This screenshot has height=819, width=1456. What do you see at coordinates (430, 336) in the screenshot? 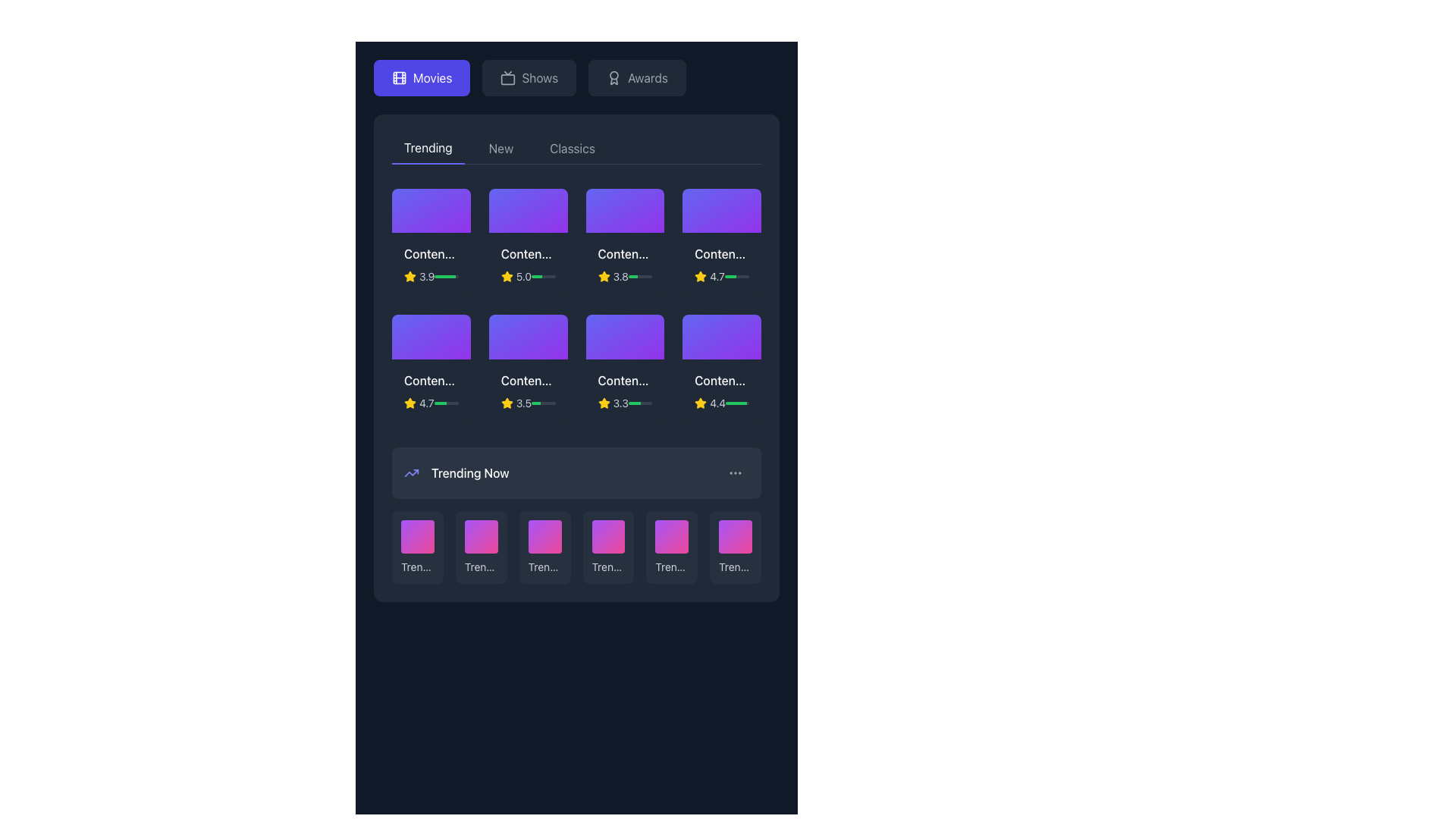
I see `the Decorative card, which is a rectangular card with a gradient background transitioning from indigo to purple, located in the second row of the content grid as the first card` at bounding box center [430, 336].